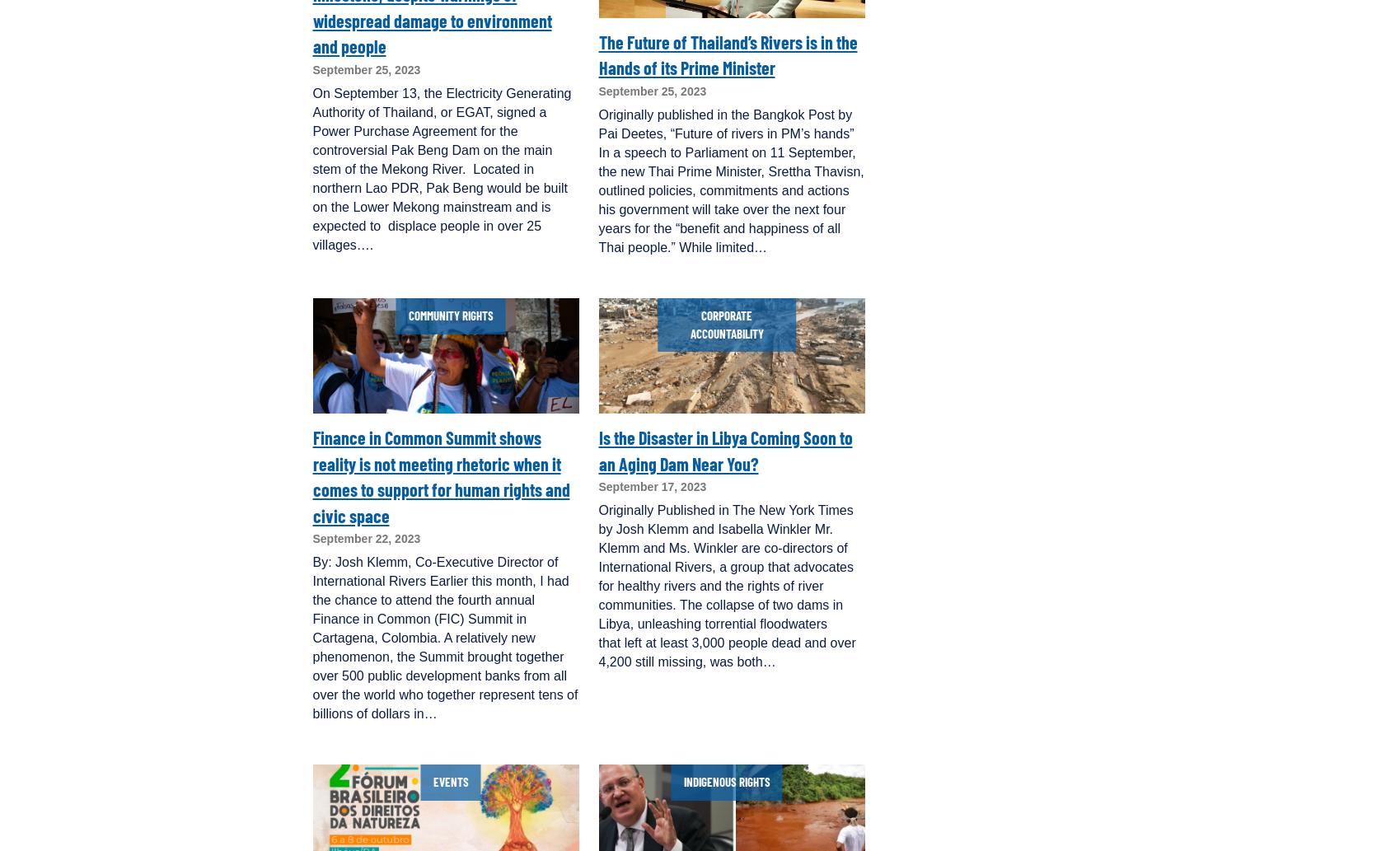  Describe the element at coordinates (725, 586) in the screenshot. I see `'Originally Published in The New York Times by Josh Klemm and Isabella Winkler Mr. Klemm and Ms. Winkler are co-directors of International Rivers, a group that advocates for healthy rivers and the rights of river communities. The collapse of two dams in Libya, unleashing torrential floodwaters that left at least 3,000 people dead and over 4,200 still missing, was both…'` at that location.